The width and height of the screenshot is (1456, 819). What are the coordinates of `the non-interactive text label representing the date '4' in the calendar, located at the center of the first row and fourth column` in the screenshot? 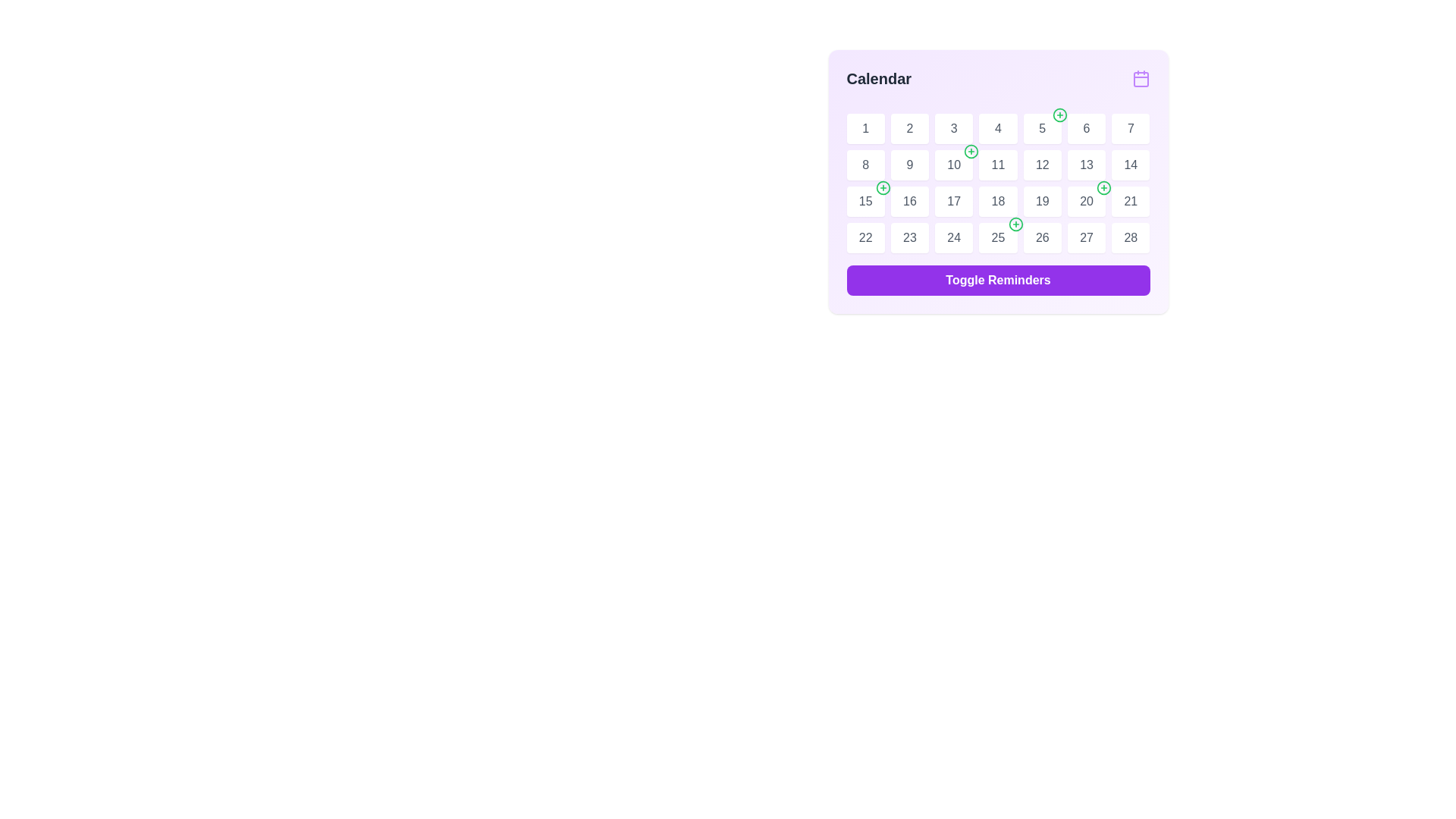 It's located at (998, 127).